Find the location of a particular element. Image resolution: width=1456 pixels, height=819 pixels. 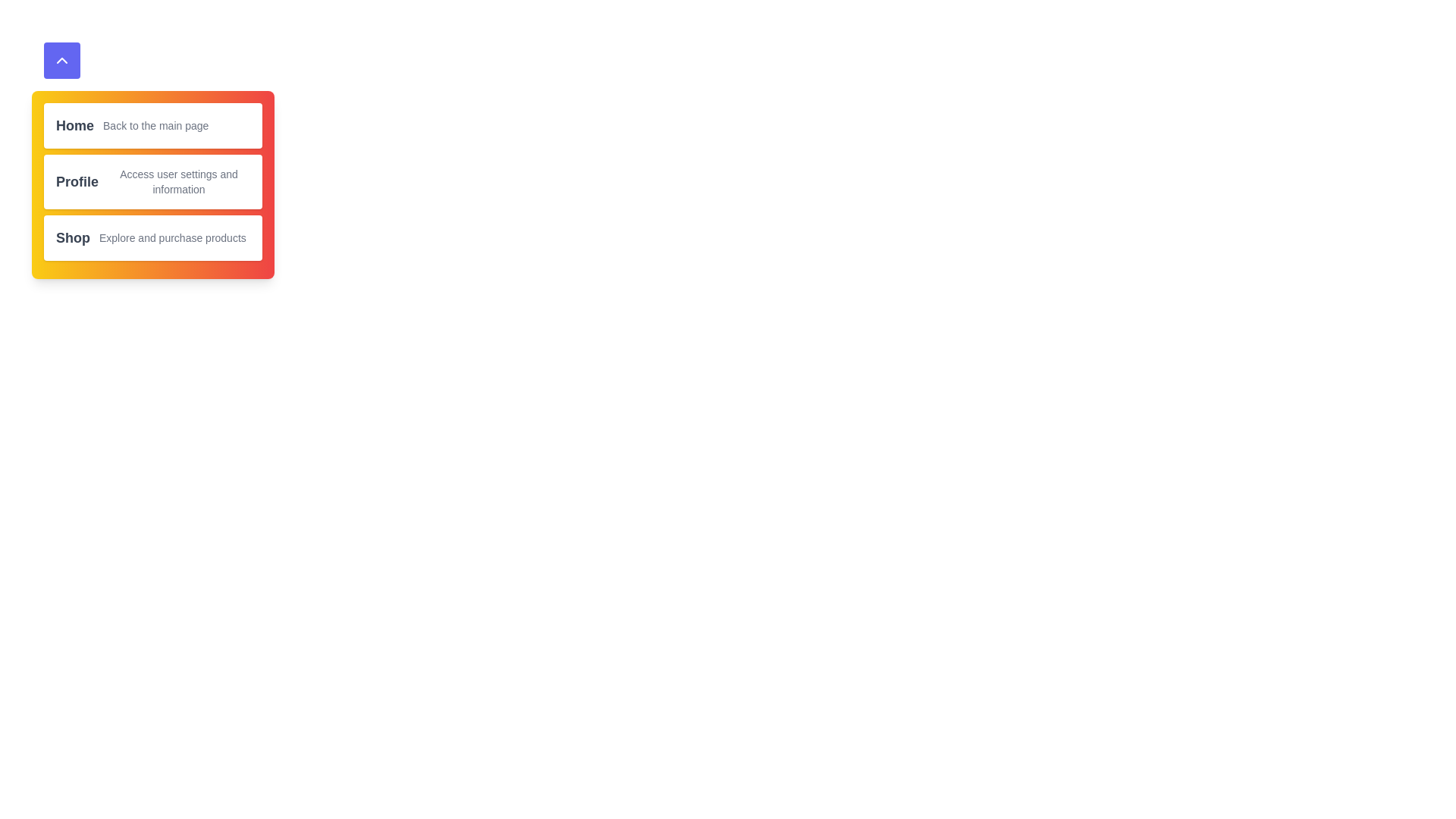

the menu item labeled Profile is located at coordinates (152, 180).